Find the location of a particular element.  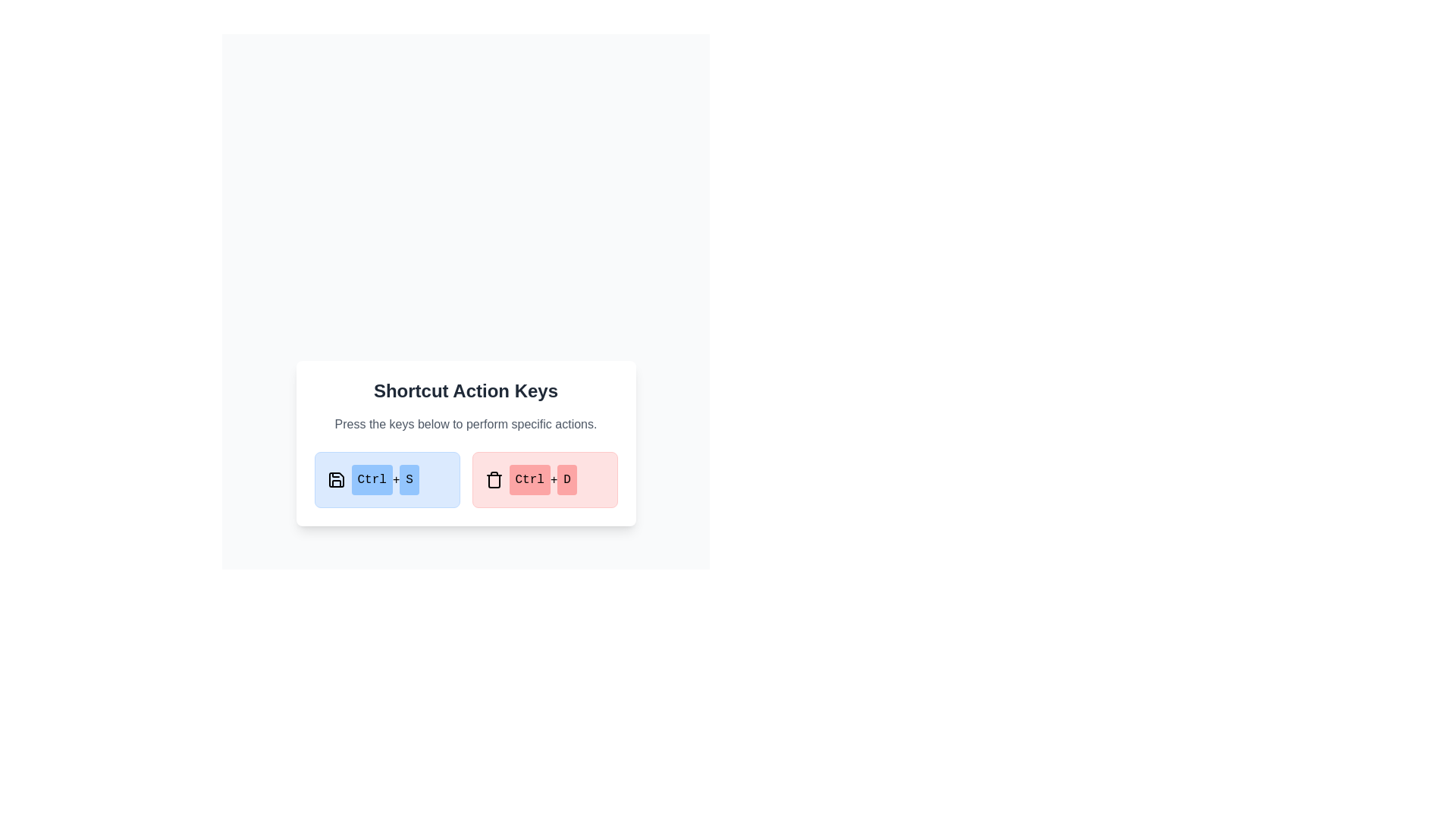

the save icon located to the left of the blue 'Ctrl + S' button is located at coordinates (335, 479).